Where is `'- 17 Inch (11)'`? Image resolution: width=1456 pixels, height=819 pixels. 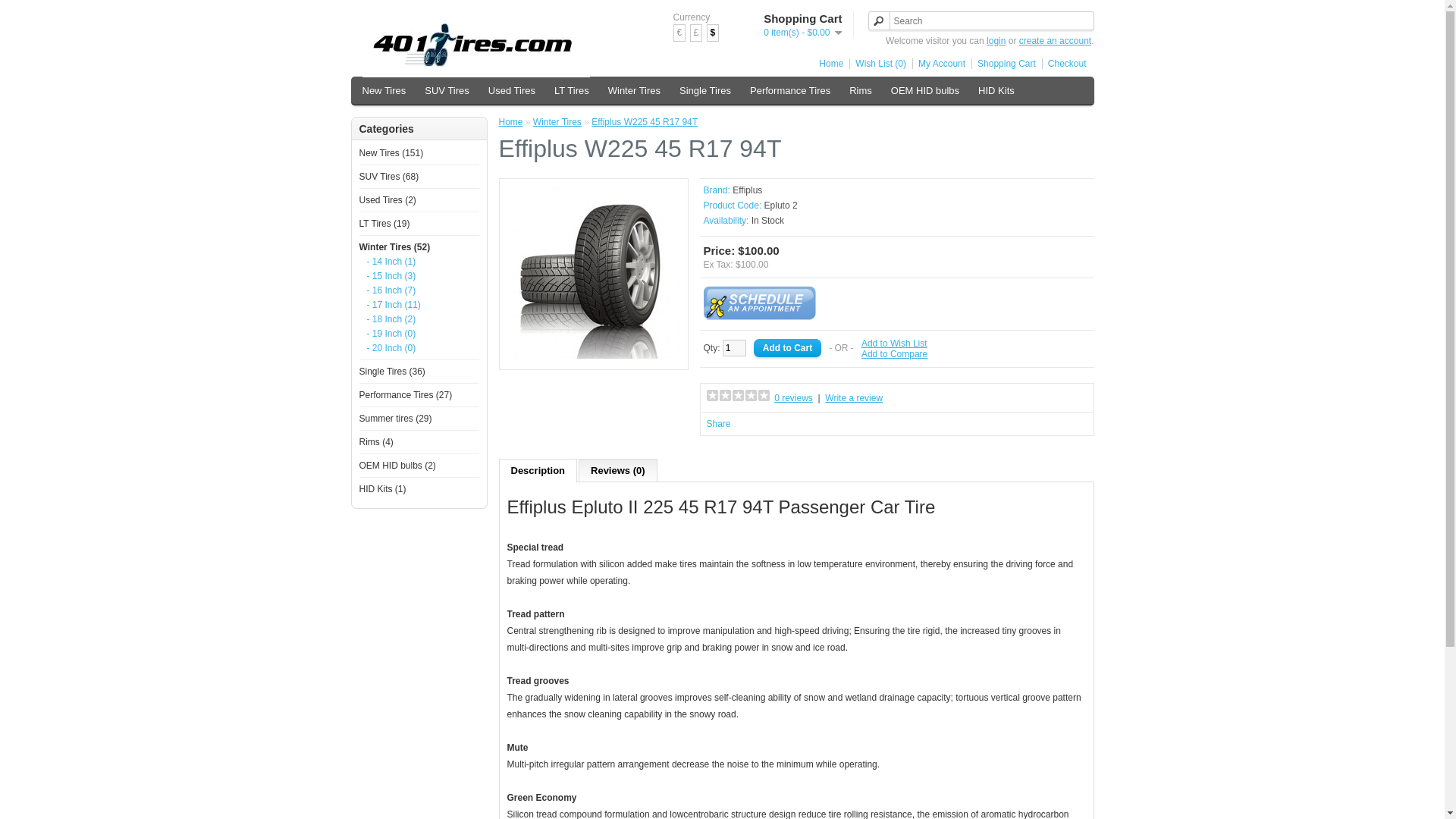 '- 17 Inch (11)' is located at coordinates (418, 304).